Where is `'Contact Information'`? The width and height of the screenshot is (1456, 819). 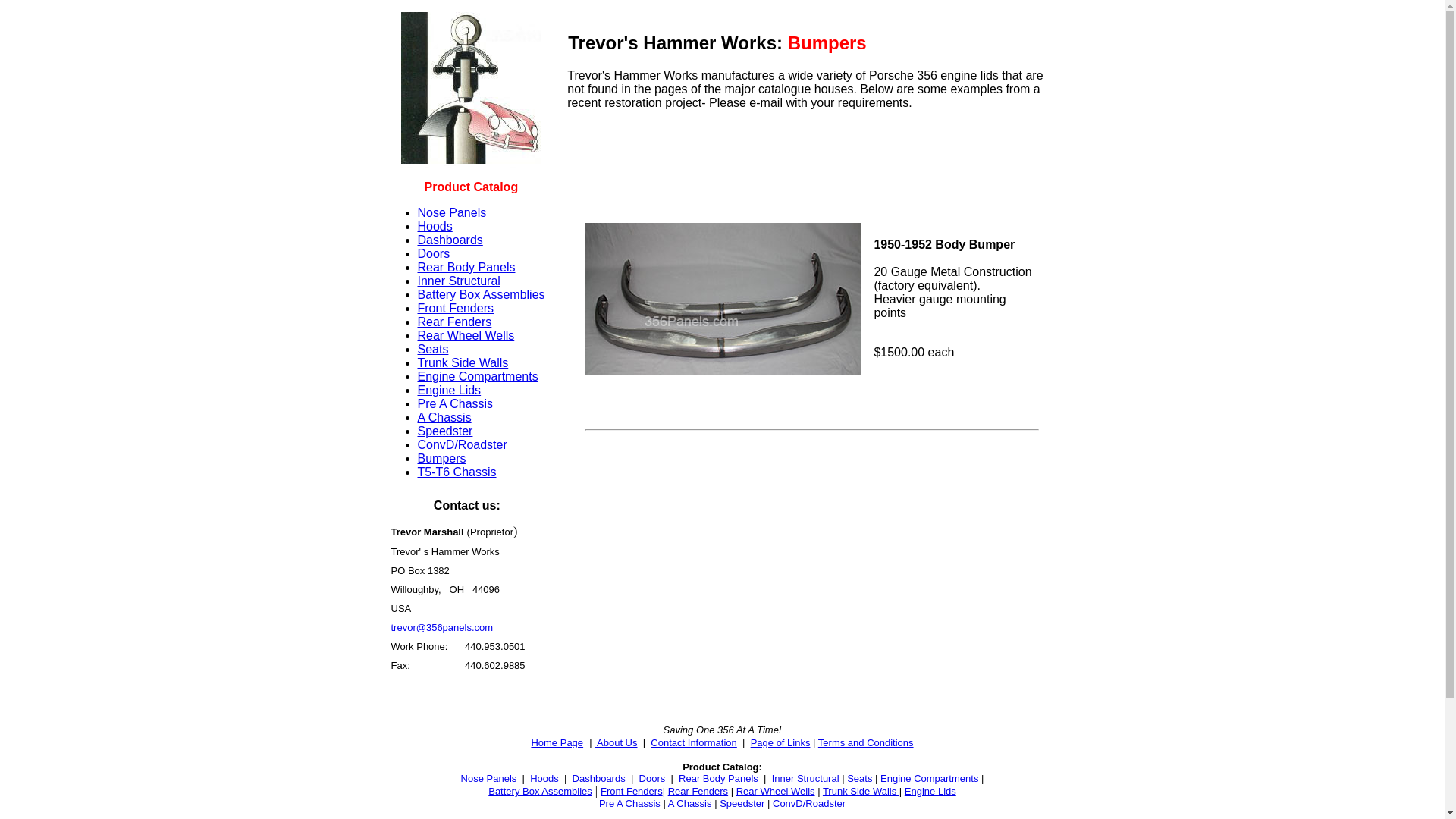
'Contact Information' is located at coordinates (692, 742).